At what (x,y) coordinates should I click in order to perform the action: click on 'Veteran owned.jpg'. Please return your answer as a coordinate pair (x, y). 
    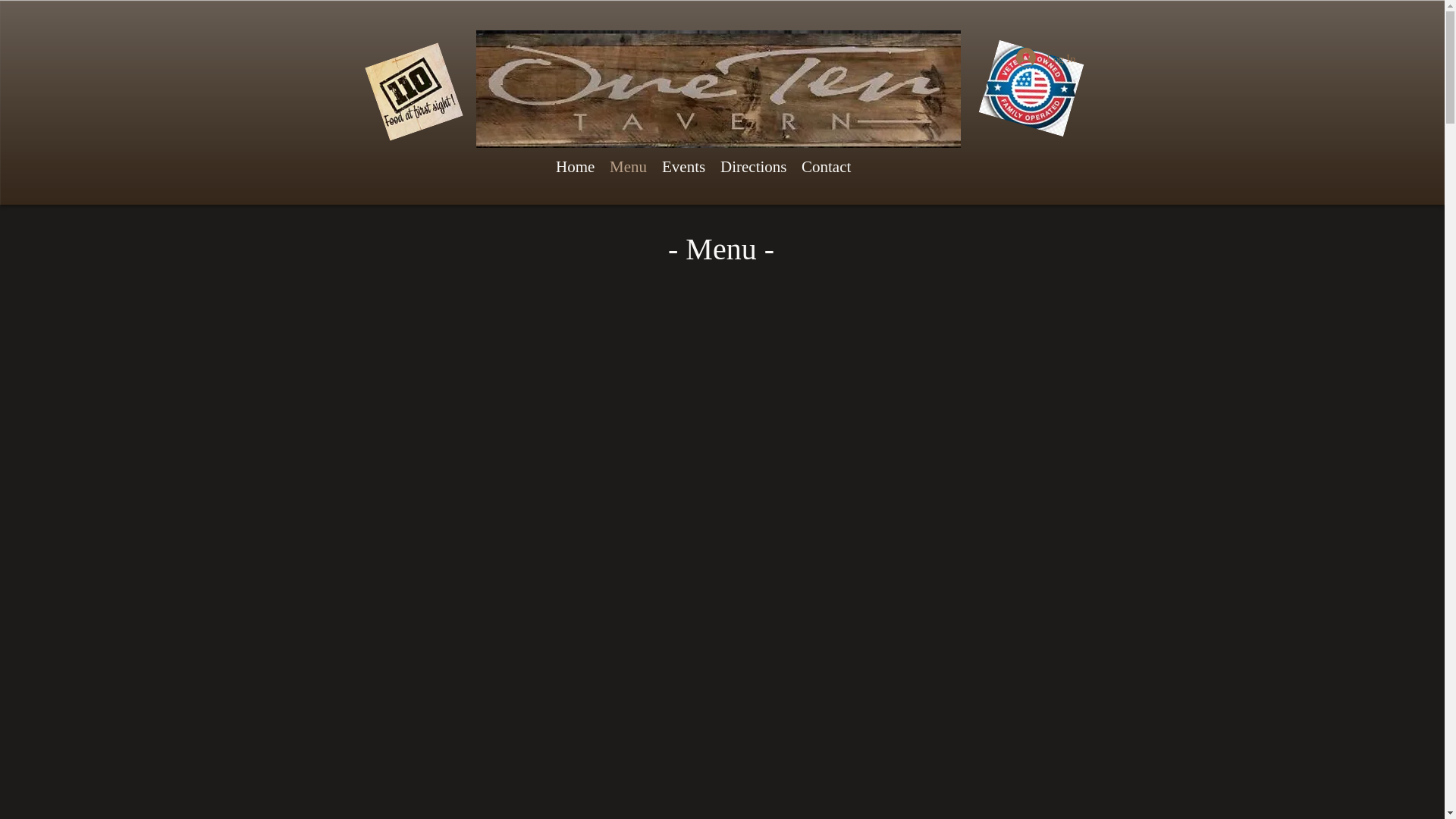
    Looking at the image, I should click on (1022, 77).